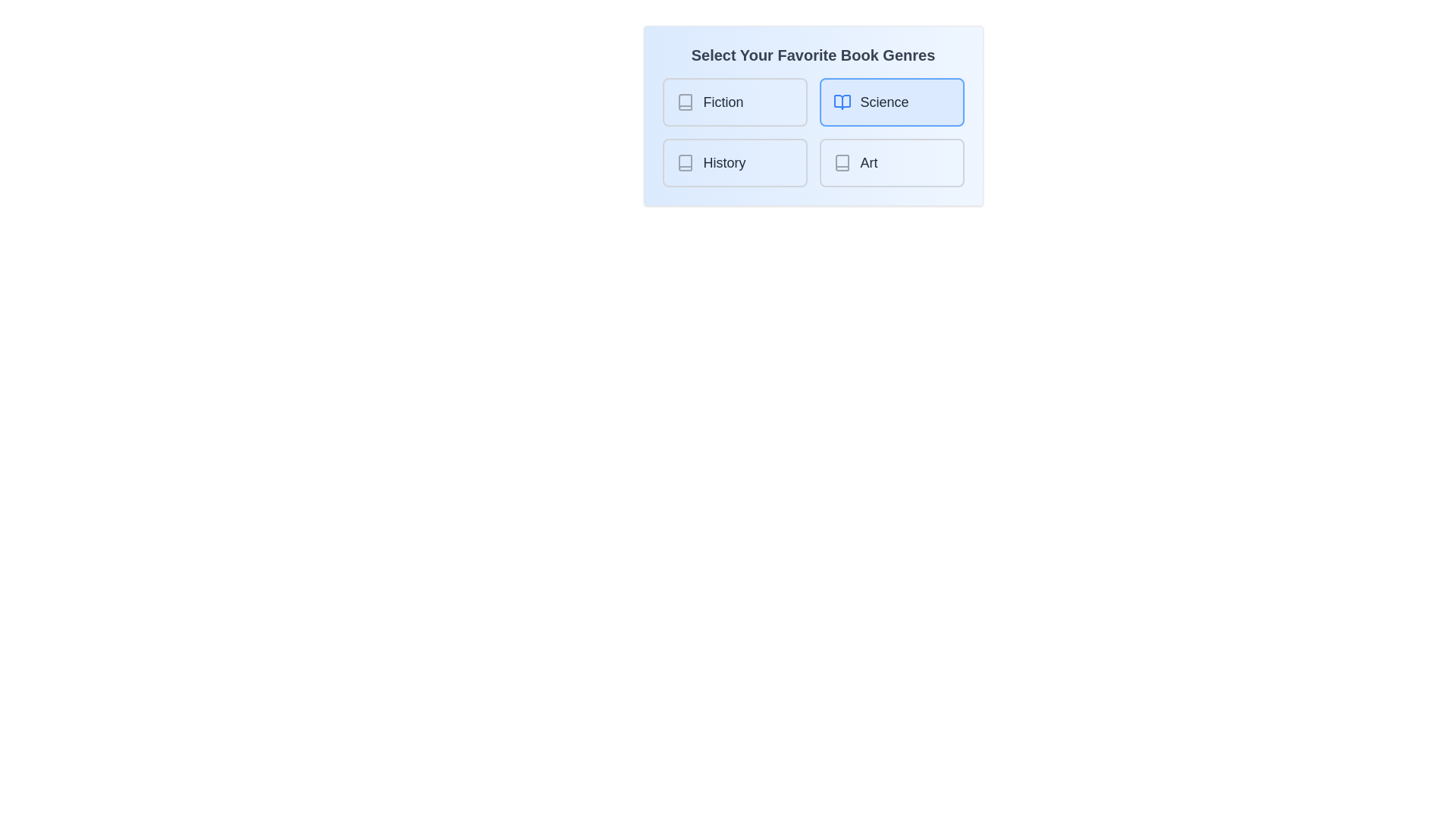 The height and width of the screenshot is (819, 1456). I want to click on the selection state of the genre Science, so click(892, 102).